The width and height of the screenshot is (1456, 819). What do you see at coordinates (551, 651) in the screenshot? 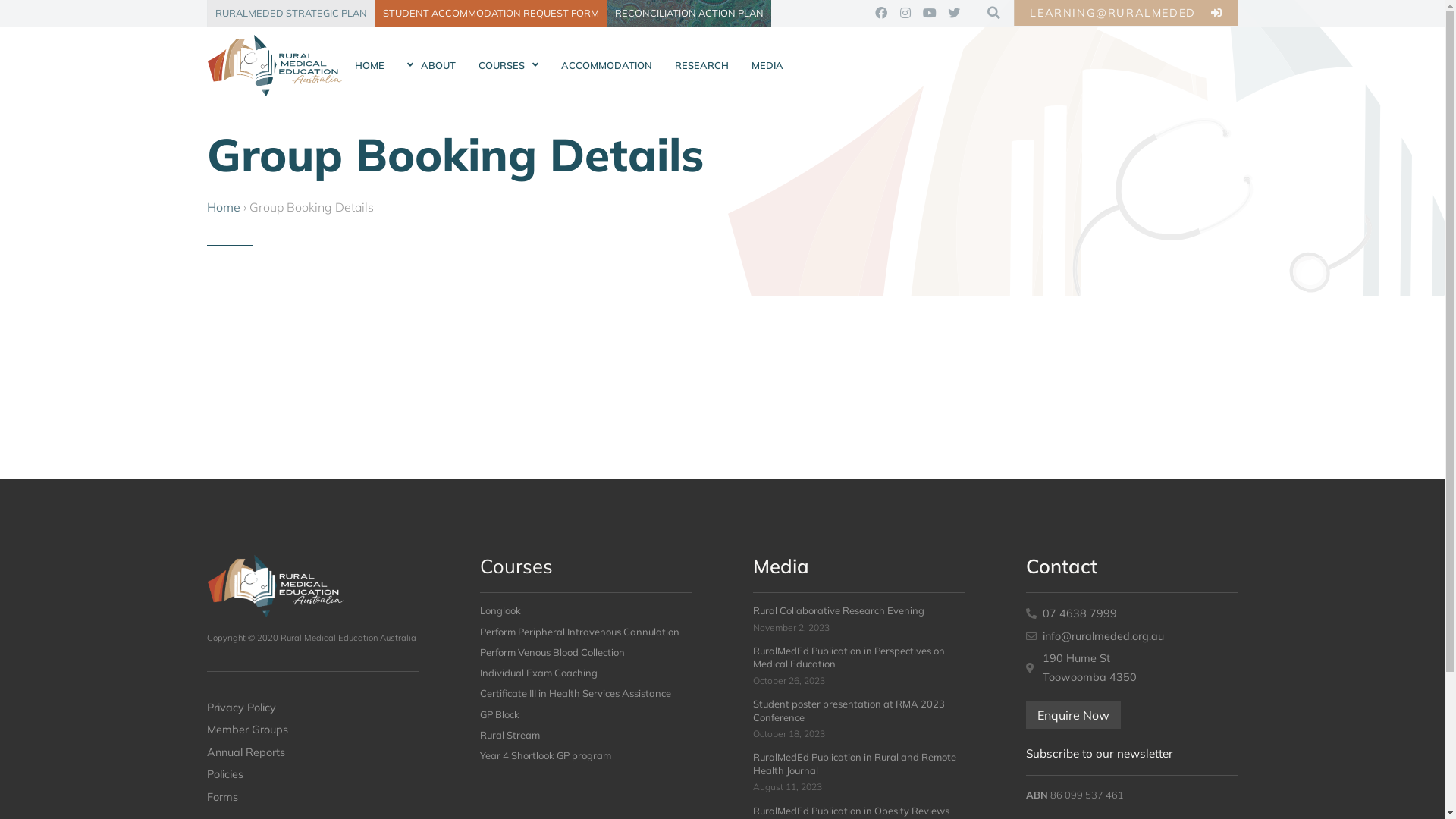
I see `'Perform Venous Blood Collection'` at bounding box center [551, 651].